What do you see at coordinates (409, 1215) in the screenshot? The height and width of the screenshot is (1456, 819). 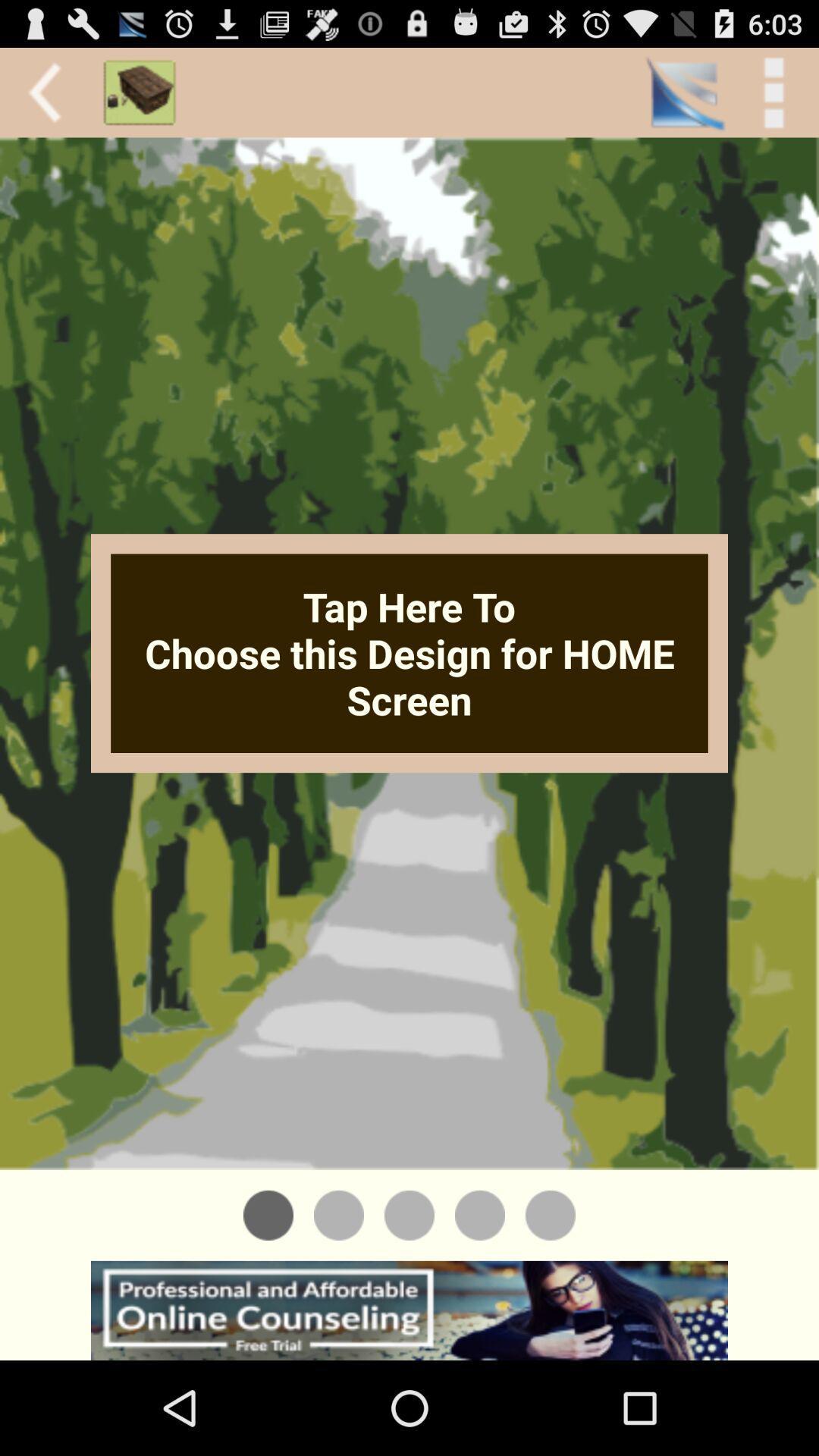 I see `see different design` at bounding box center [409, 1215].